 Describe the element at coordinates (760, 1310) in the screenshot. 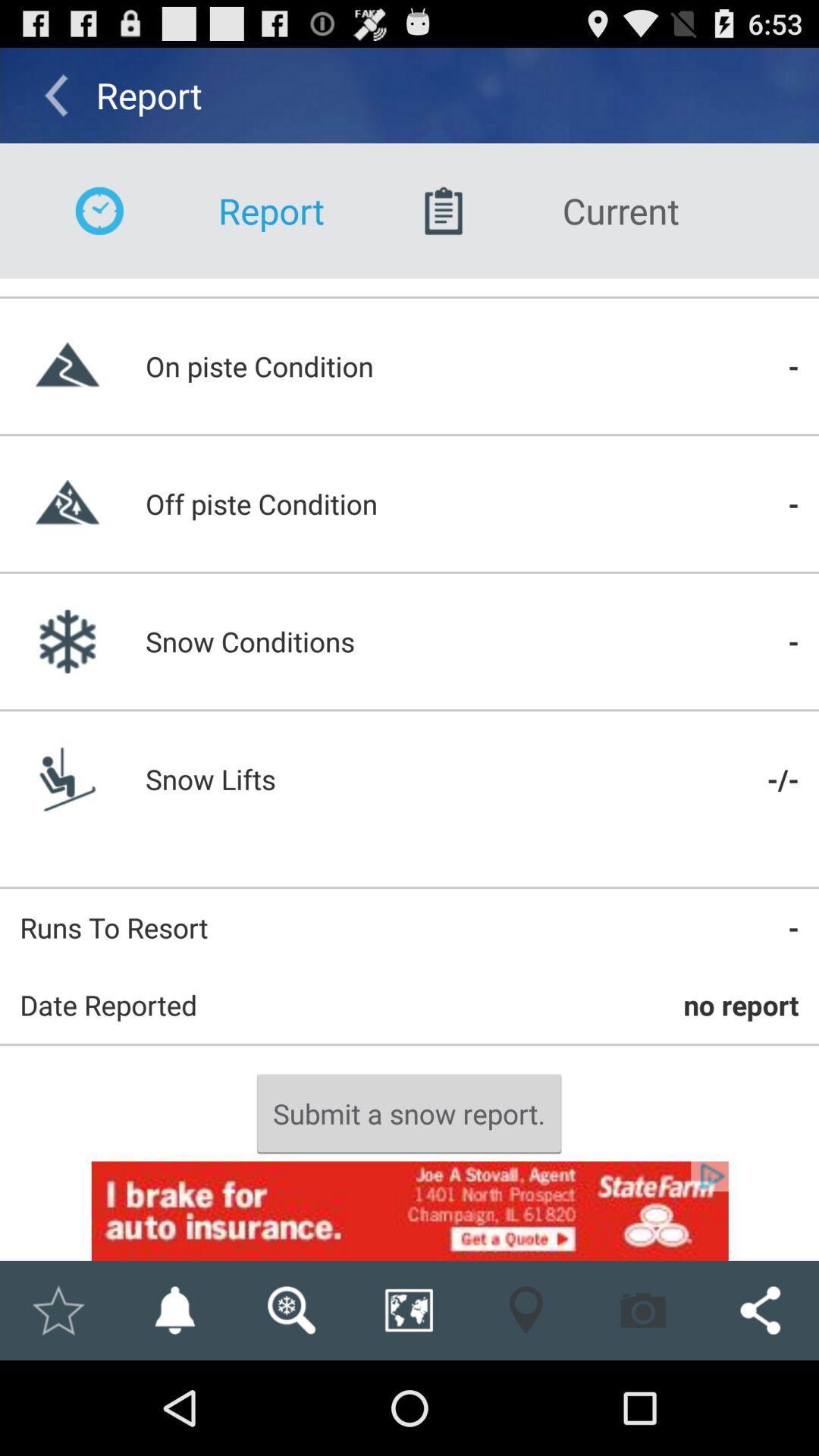

I see `share content` at that location.